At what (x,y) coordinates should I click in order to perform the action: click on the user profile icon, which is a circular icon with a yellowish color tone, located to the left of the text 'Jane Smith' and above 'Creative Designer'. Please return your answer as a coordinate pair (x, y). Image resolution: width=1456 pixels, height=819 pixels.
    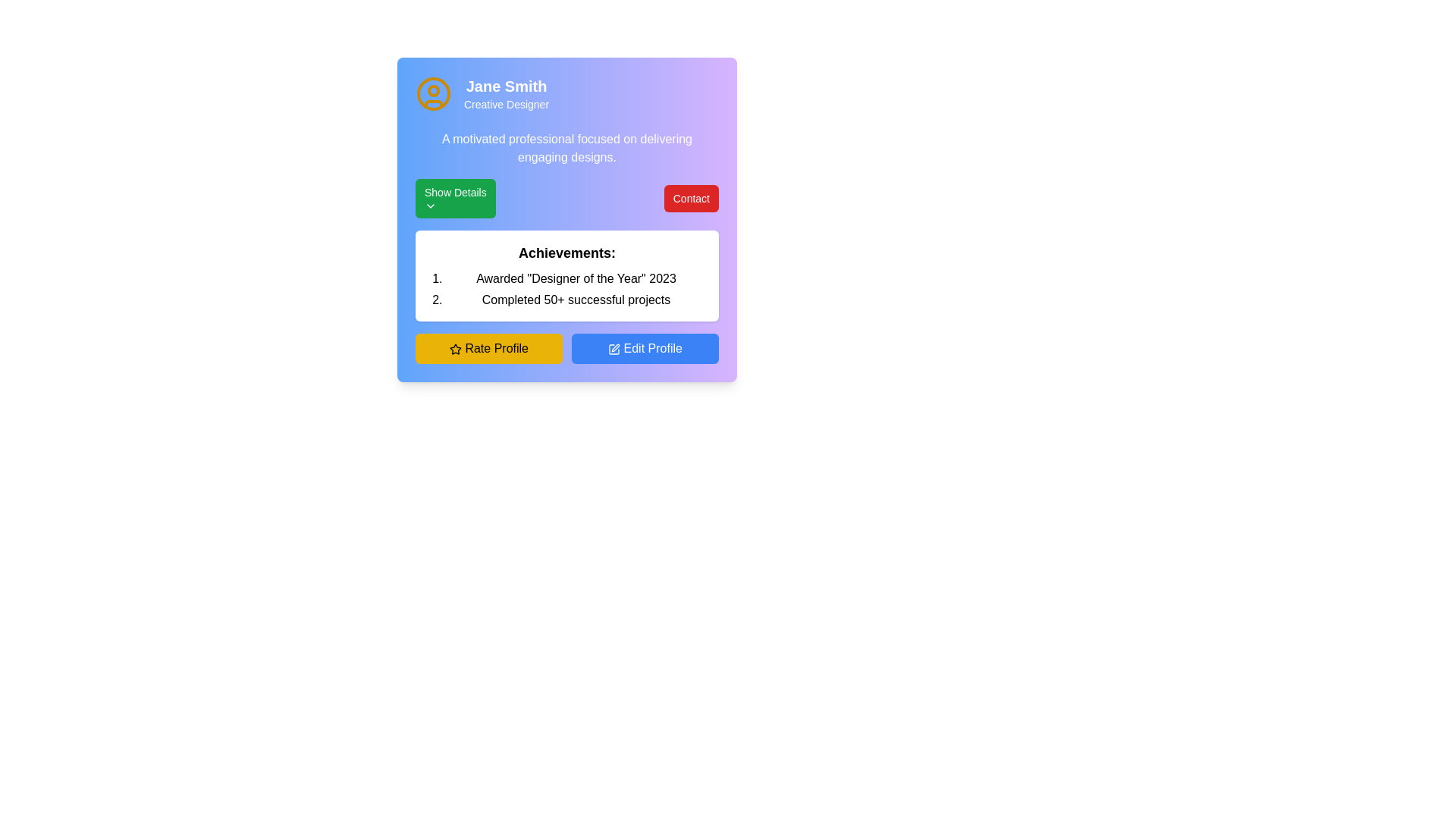
    Looking at the image, I should click on (432, 93).